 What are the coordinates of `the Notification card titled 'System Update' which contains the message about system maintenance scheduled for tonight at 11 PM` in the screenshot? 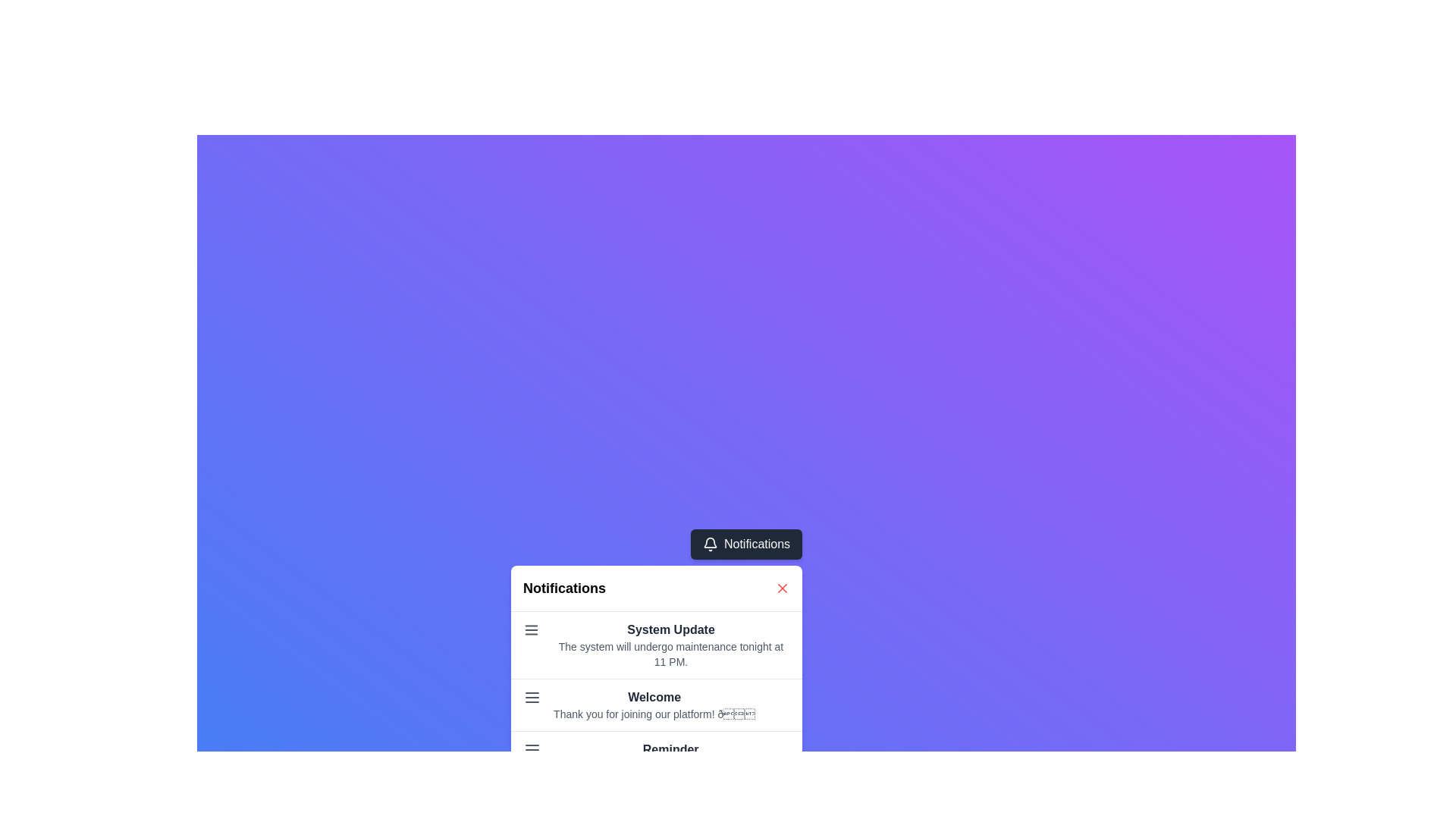 It's located at (657, 645).